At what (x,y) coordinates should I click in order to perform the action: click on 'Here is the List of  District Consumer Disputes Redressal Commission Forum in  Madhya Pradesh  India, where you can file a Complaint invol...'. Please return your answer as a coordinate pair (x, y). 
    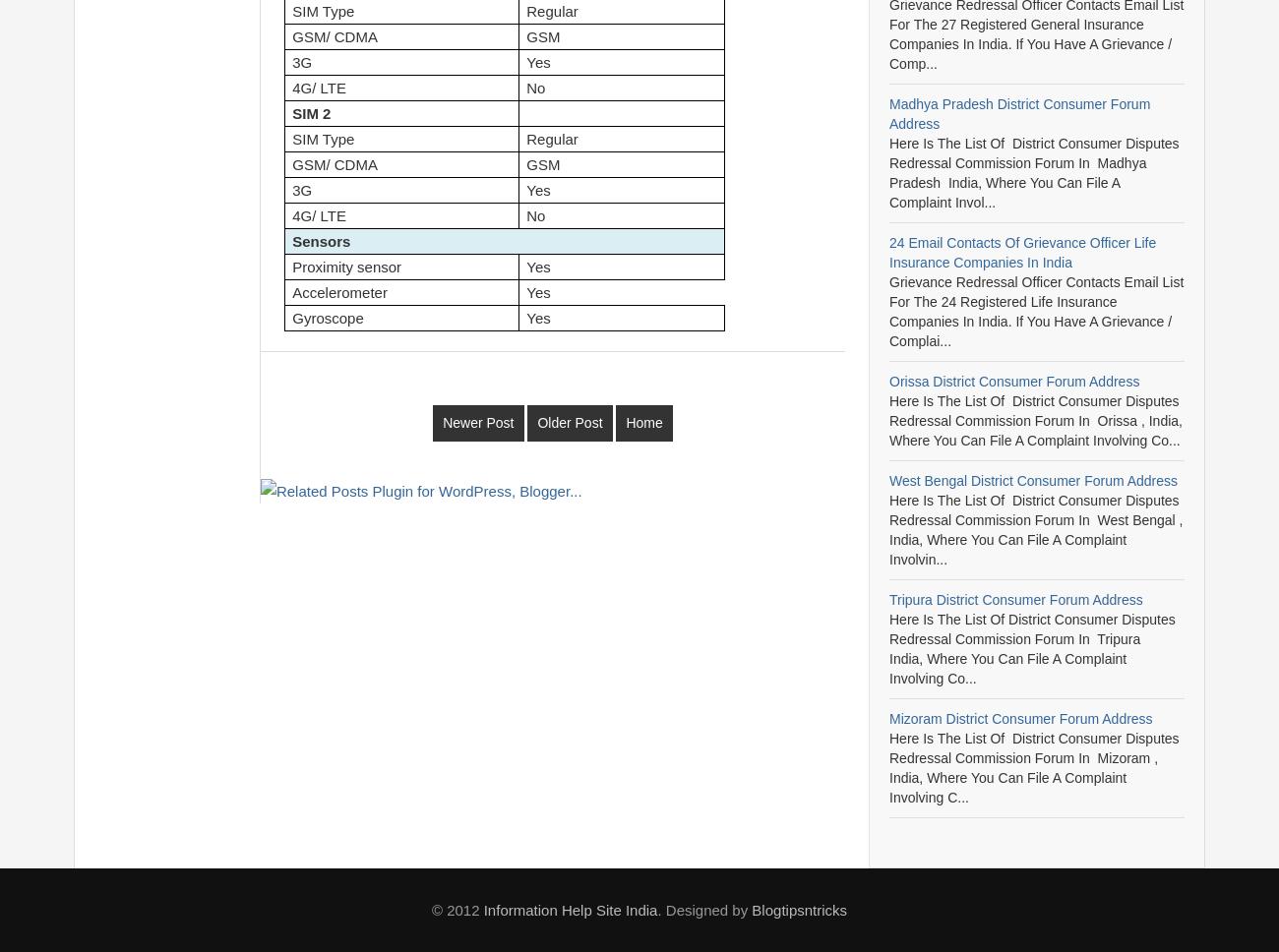
    Looking at the image, I should click on (1034, 172).